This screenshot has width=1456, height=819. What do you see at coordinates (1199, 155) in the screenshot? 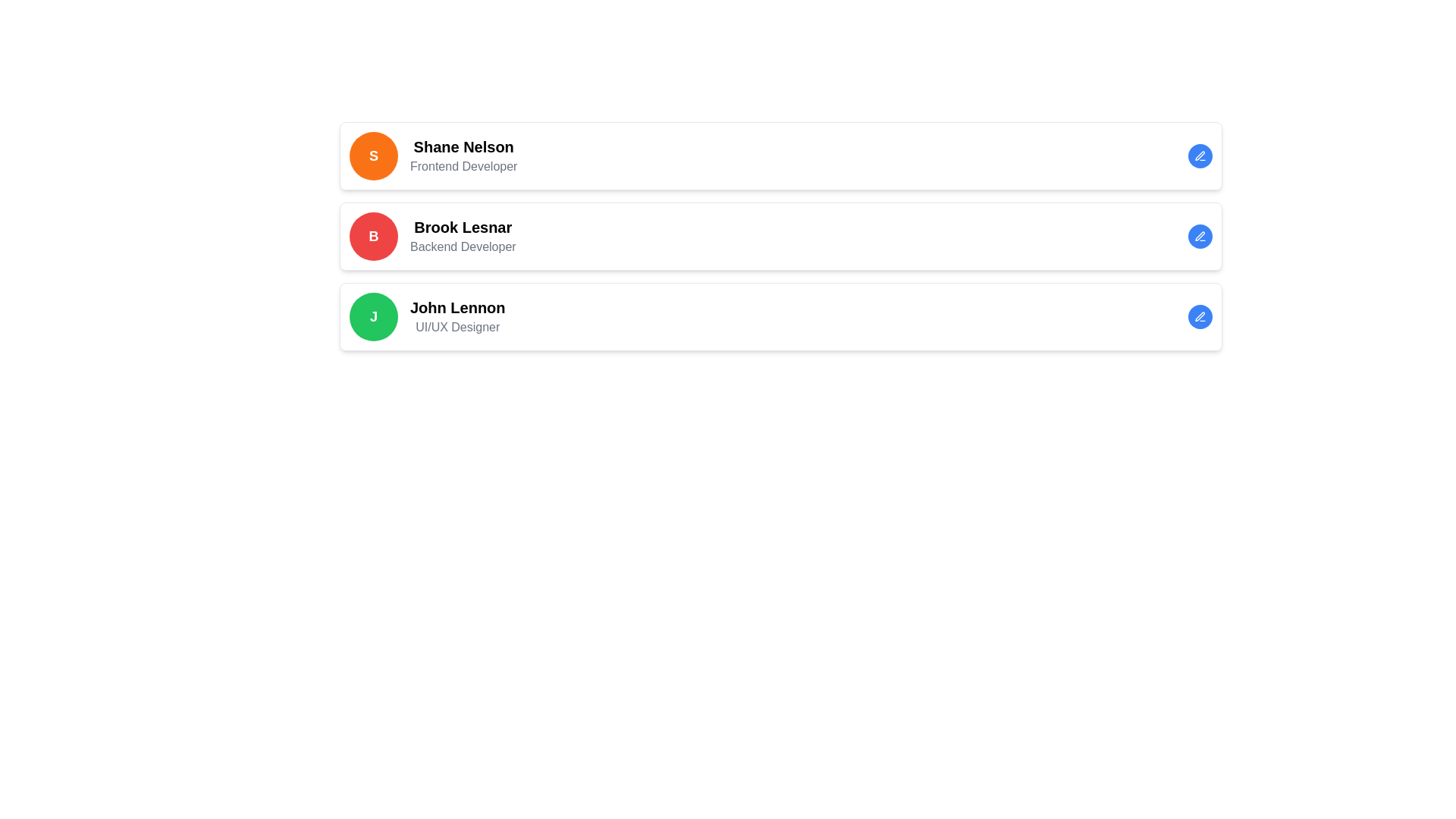
I see `the pen icon located in the far-right section of the user card labeled 'Shane Nelson' to initiate edit mode` at bounding box center [1199, 155].